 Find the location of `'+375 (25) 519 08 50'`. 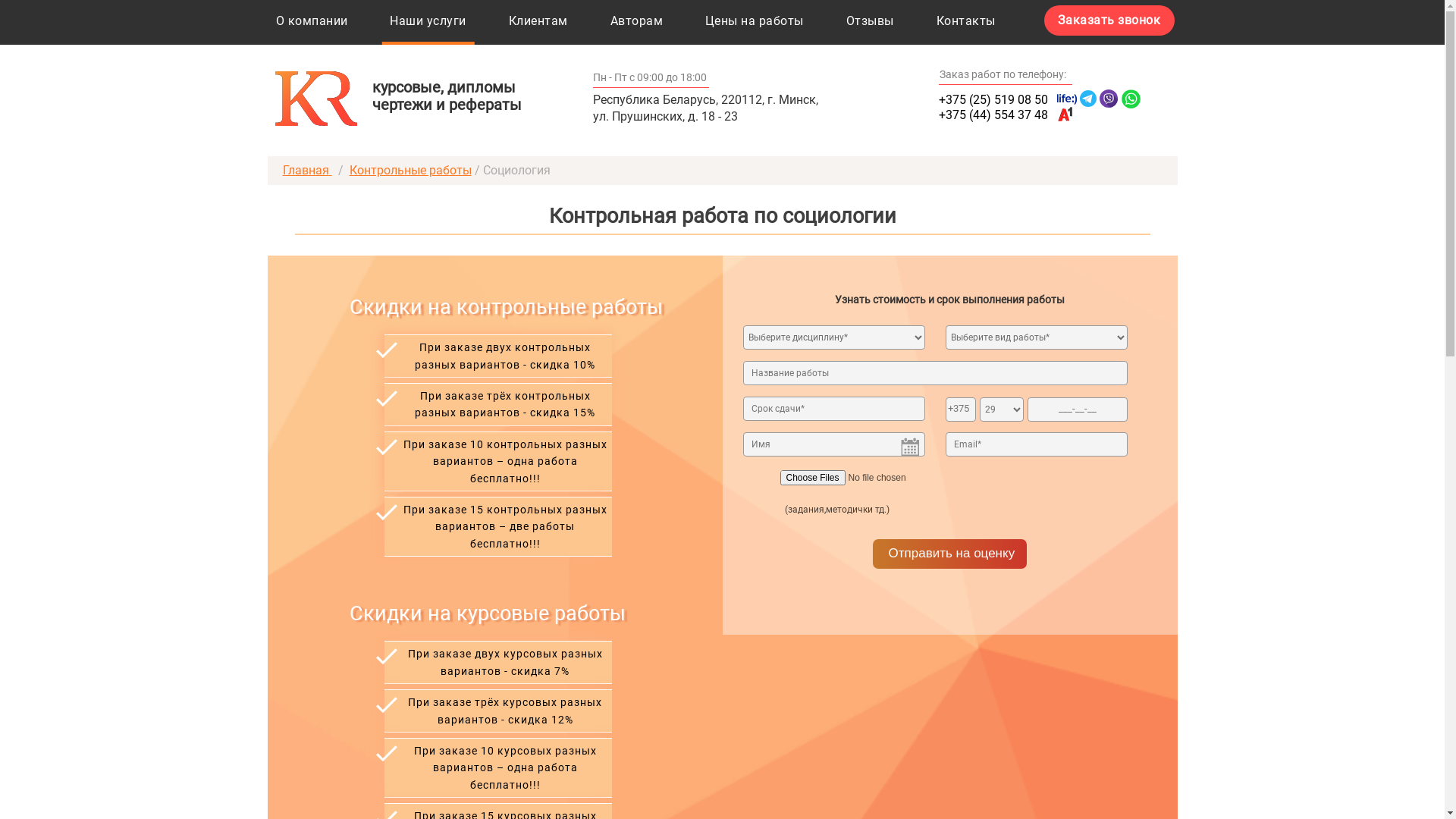

'+375 (25) 519 08 50' is located at coordinates (938, 99).